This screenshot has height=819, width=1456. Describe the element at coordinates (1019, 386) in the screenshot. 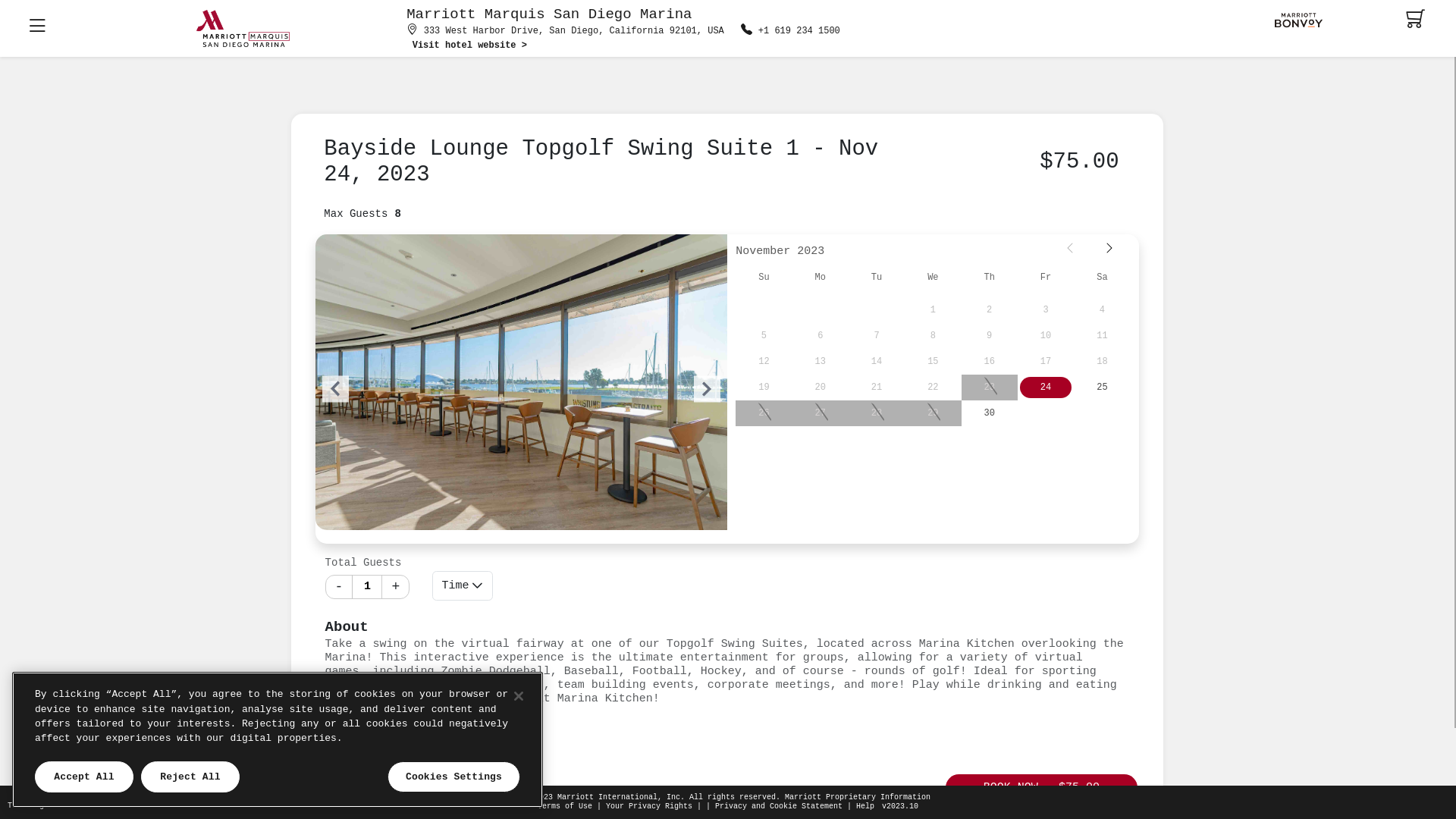

I see `'24'` at that location.